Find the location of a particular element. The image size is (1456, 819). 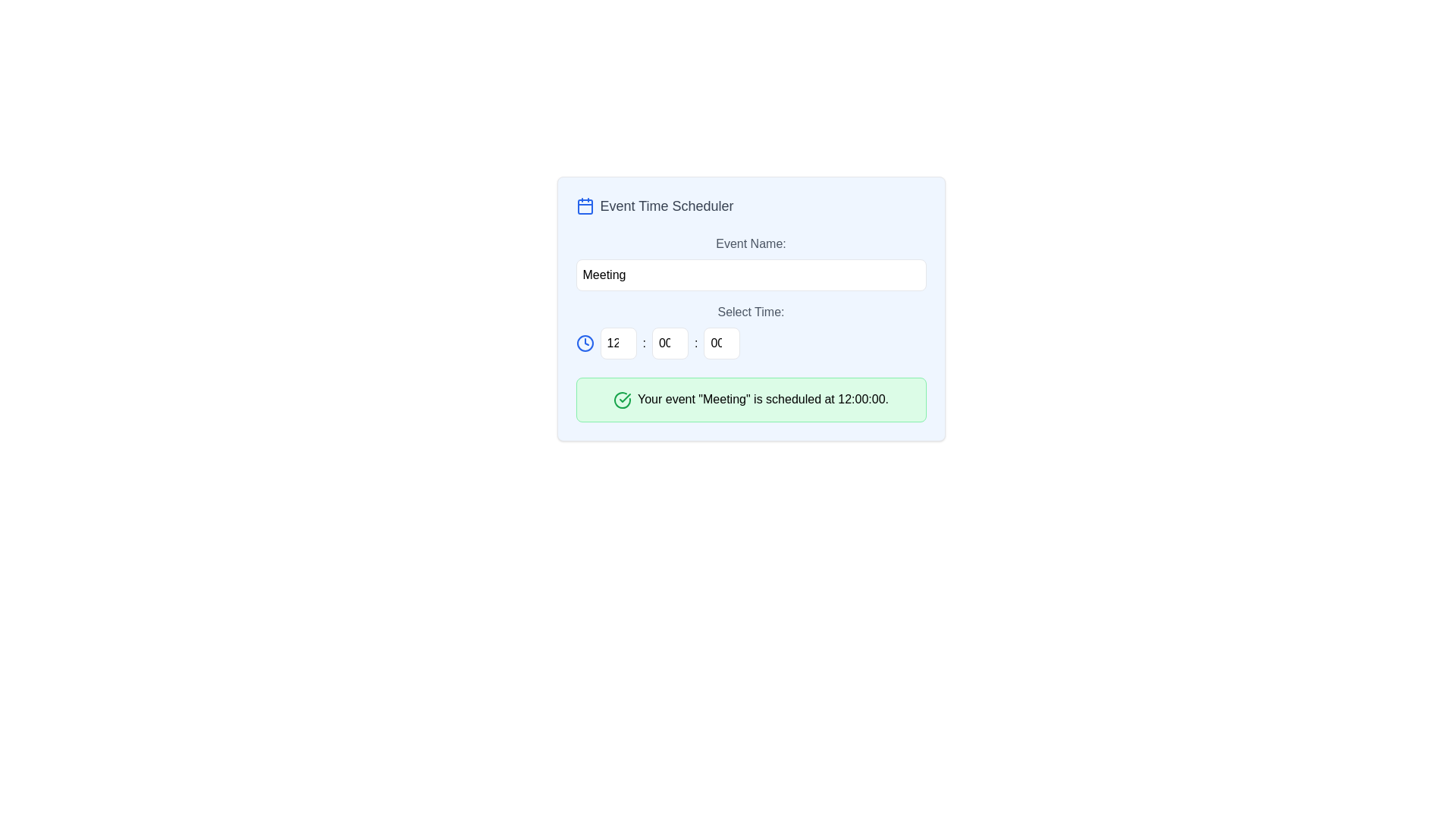

the static text element that serves as a heading for scheduling events and times, positioned to the right of a blue calendar icon is located at coordinates (667, 206).